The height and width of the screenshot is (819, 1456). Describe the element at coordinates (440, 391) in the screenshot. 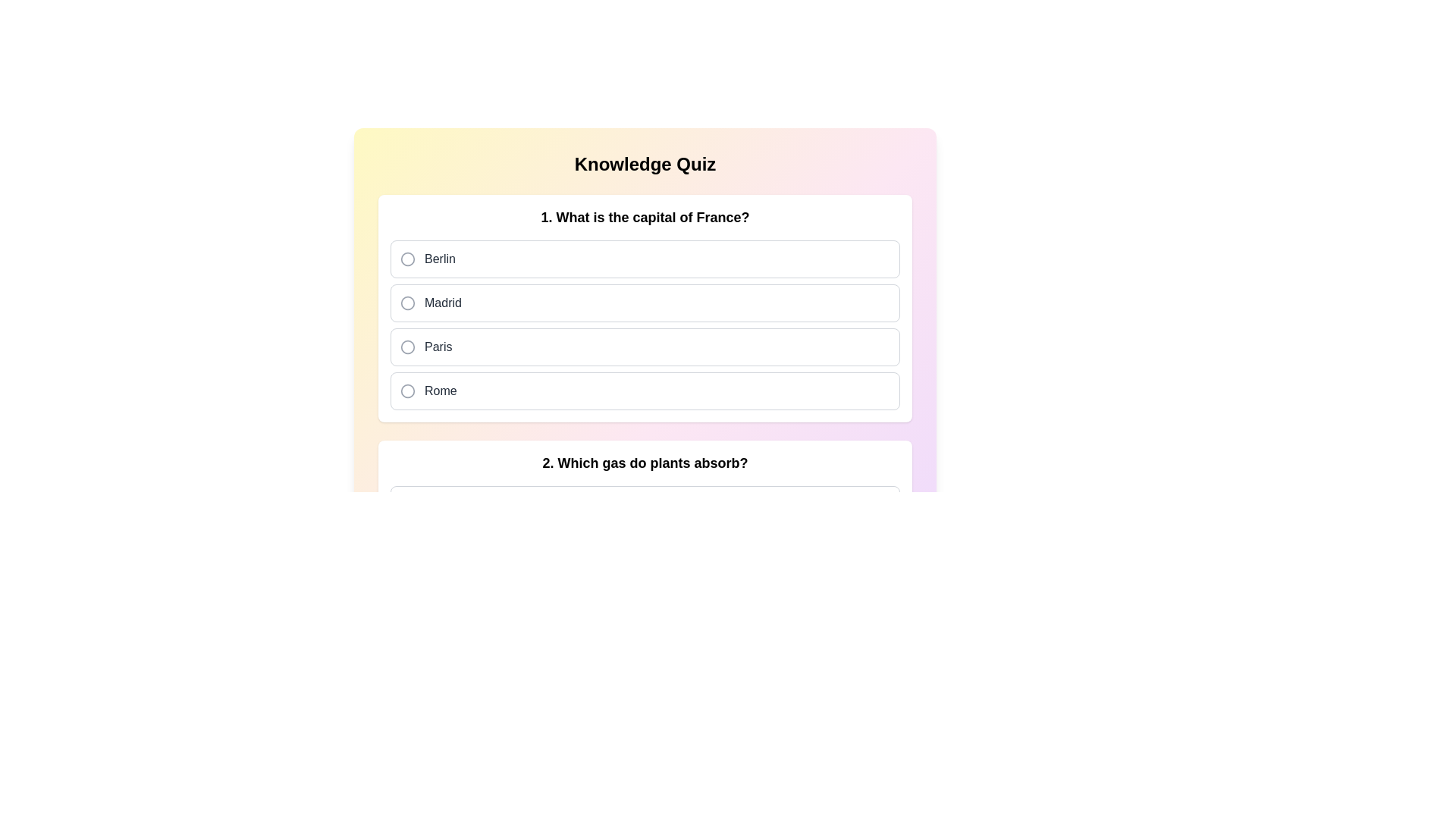

I see `the text label 'Rome' associated with the radio button indicating the answer to 'What is the capital of France?'` at that location.